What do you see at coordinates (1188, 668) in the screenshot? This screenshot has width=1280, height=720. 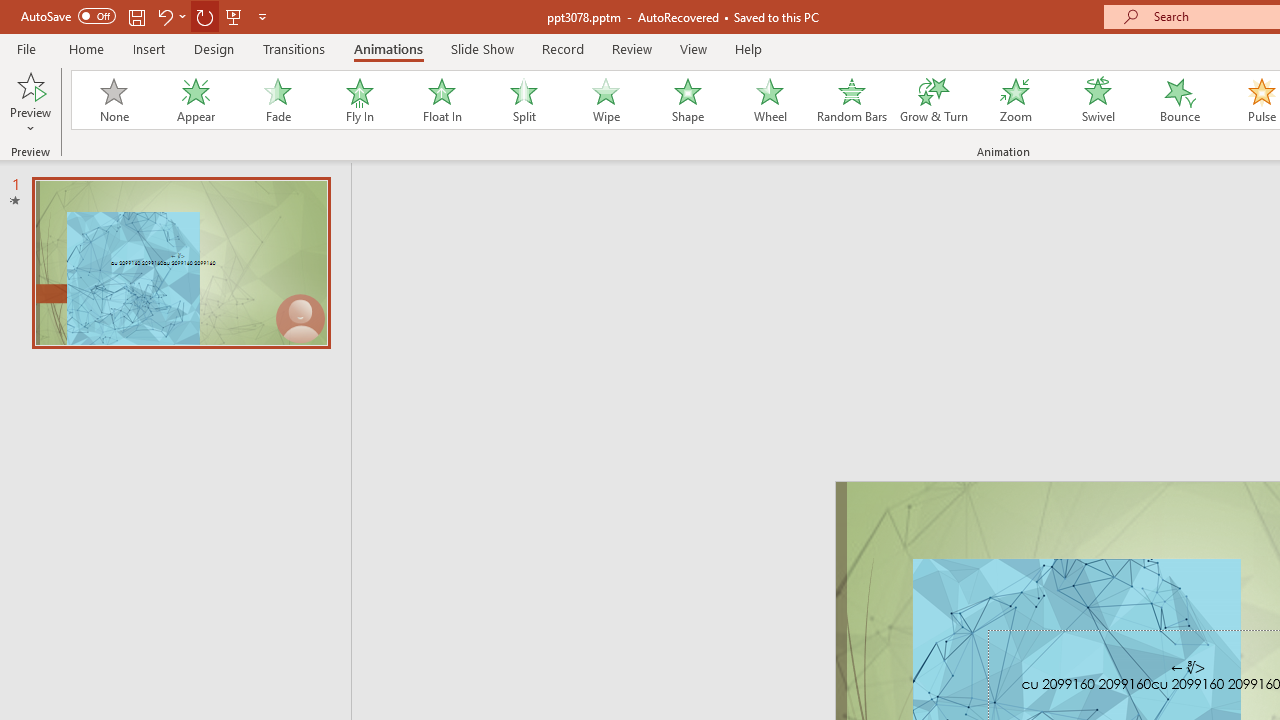 I see `'TextBox 7'` at bounding box center [1188, 668].